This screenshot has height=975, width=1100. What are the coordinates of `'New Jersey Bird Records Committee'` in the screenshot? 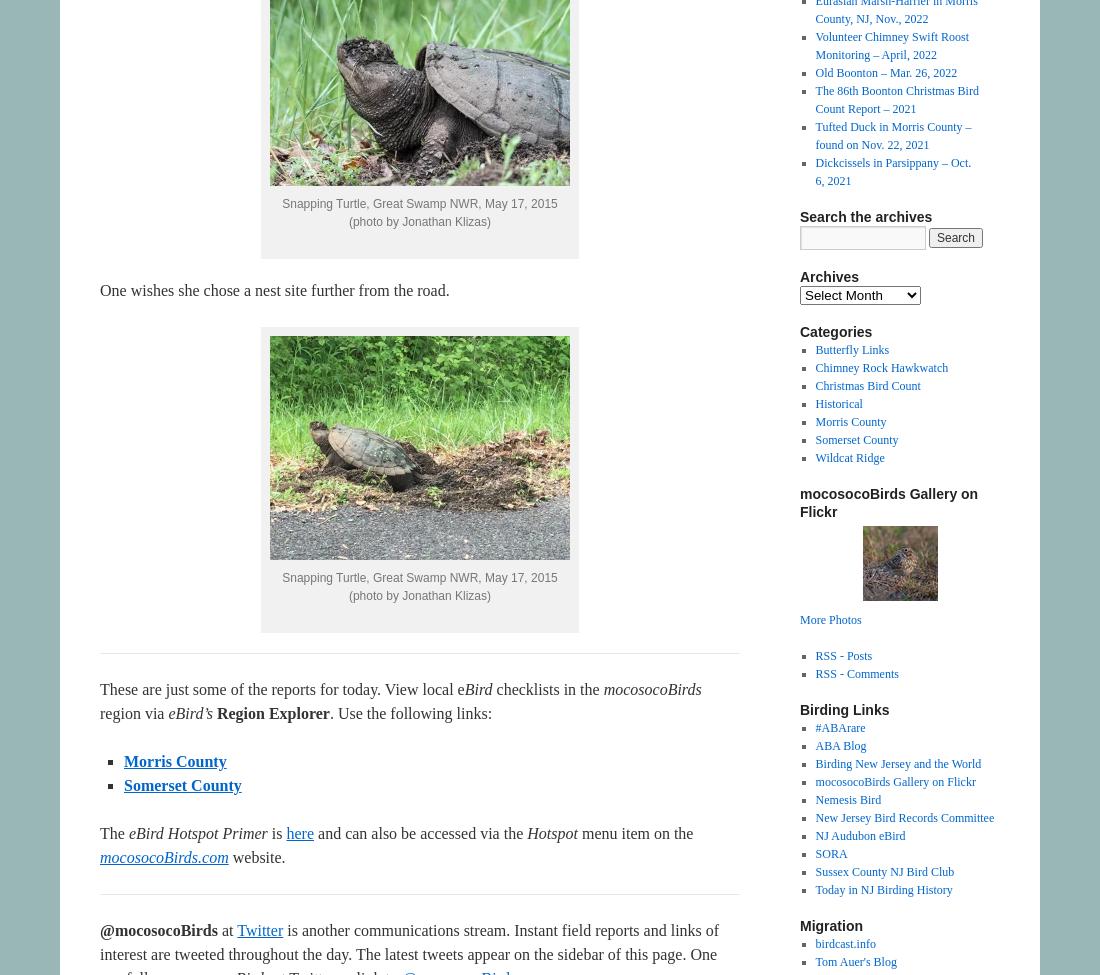 It's located at (814, 818).